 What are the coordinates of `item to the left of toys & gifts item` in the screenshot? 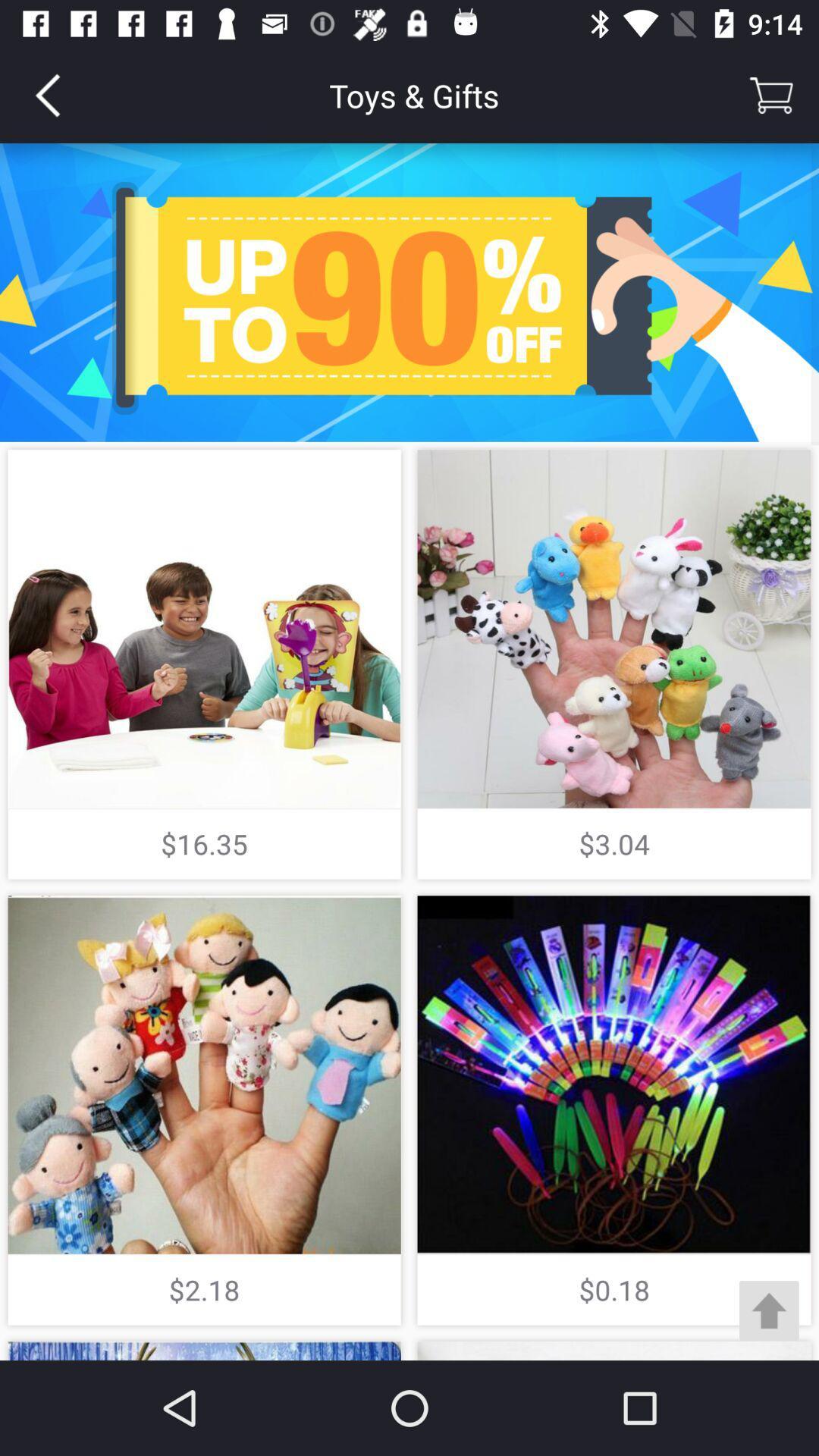 It's located at (46, 94).